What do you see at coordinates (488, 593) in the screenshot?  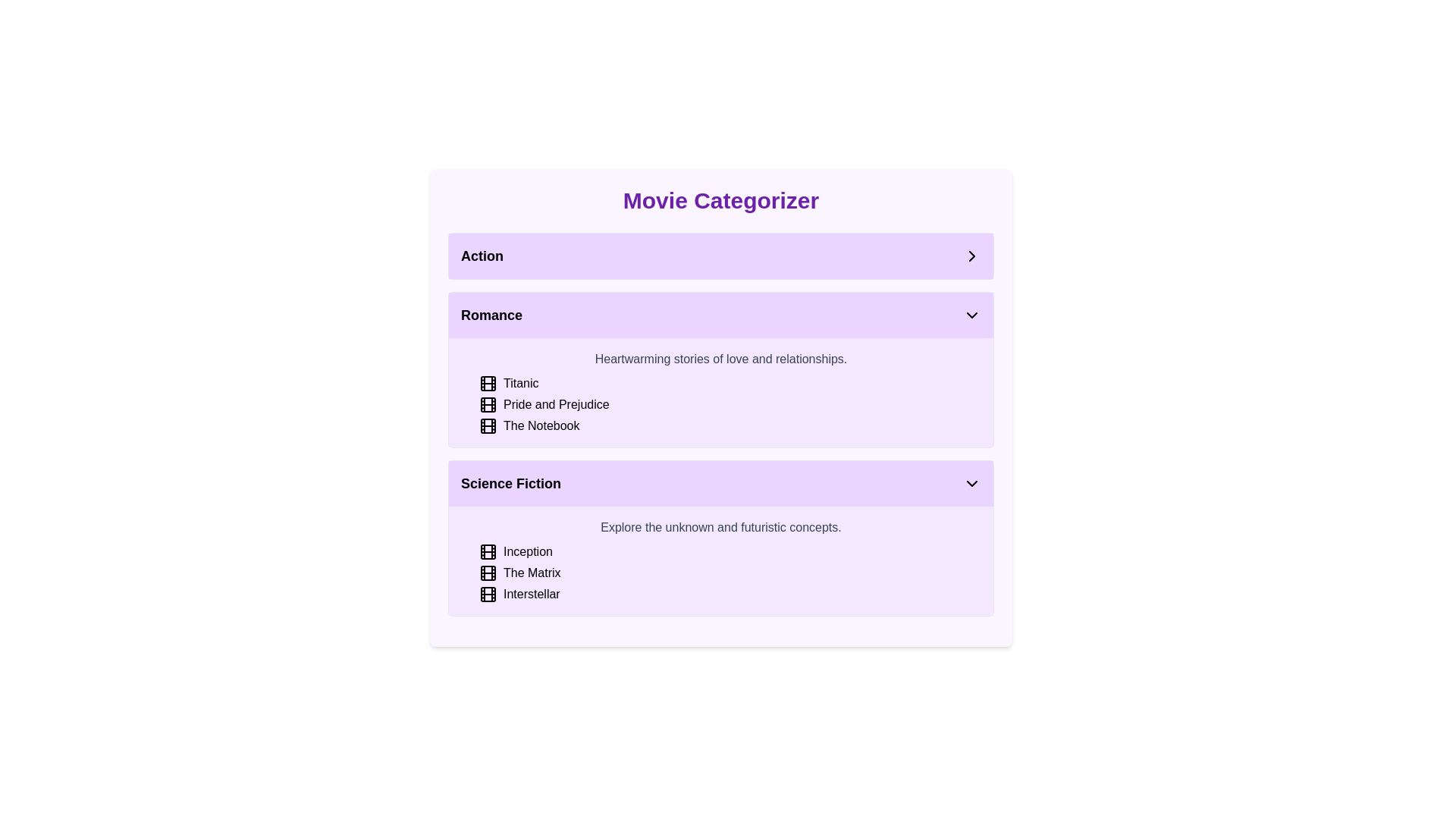 I see `the Icon component which is a small rectangle with rounded corners, part of a filmstrip, located before the text 'Interstellar' in the 'Science Fiction' section` at bounding box center [488, 593].